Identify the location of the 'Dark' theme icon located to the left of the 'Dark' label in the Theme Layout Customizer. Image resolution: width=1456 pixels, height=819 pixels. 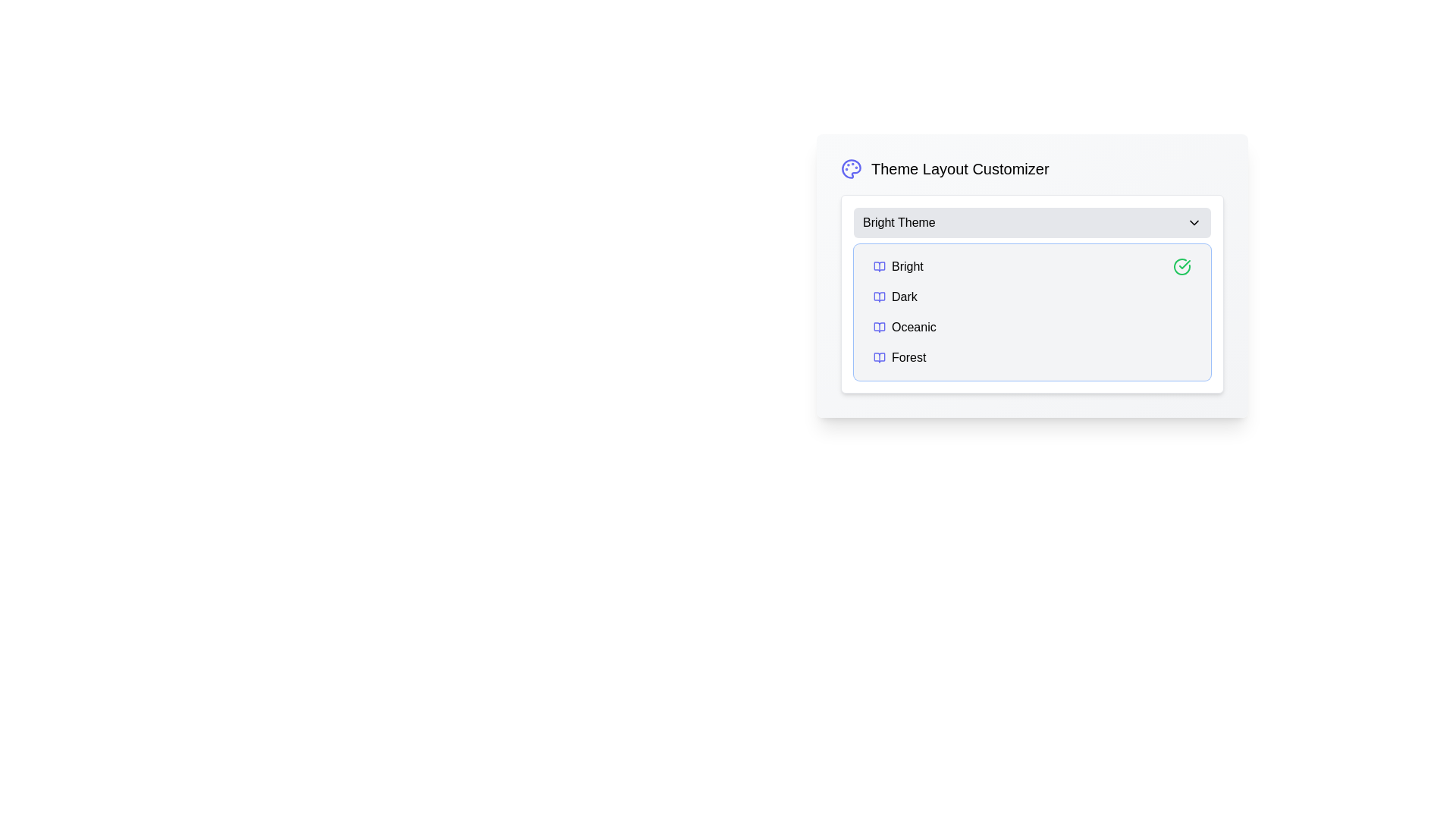
(880, 297).